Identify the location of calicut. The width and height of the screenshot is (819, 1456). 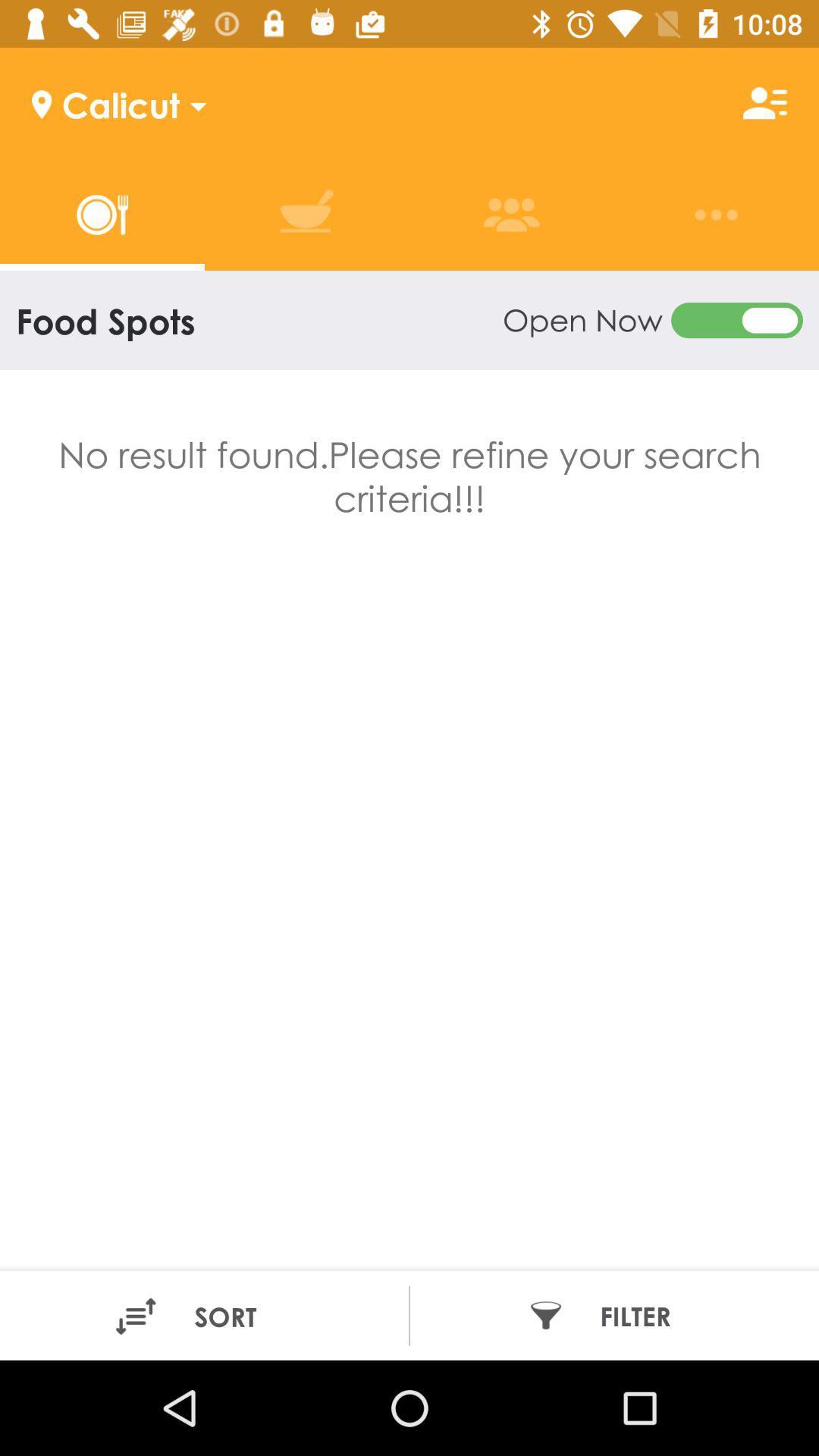
(105, 102).